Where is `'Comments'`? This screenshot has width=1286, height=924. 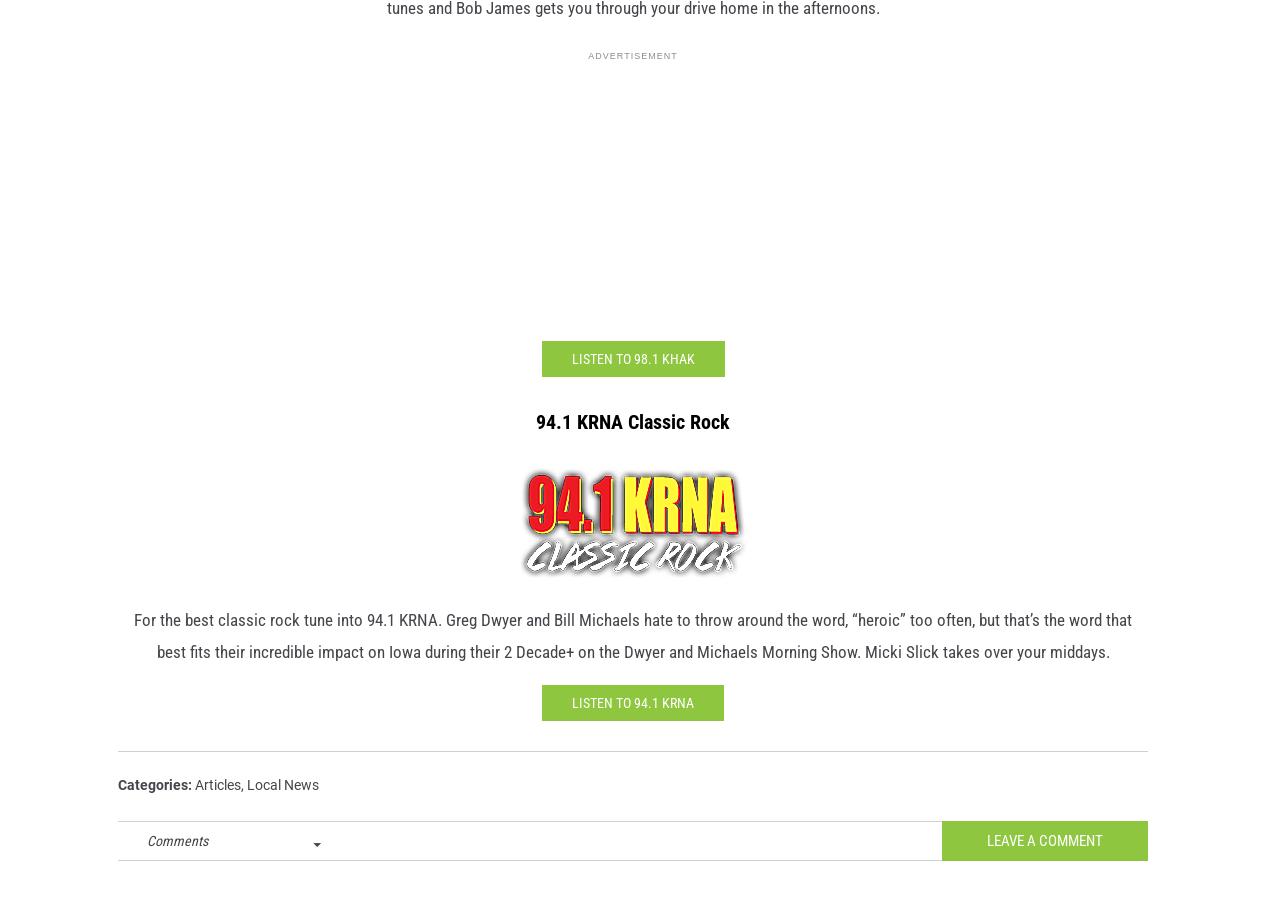
'Comments' is located at coordinates (177, 871).